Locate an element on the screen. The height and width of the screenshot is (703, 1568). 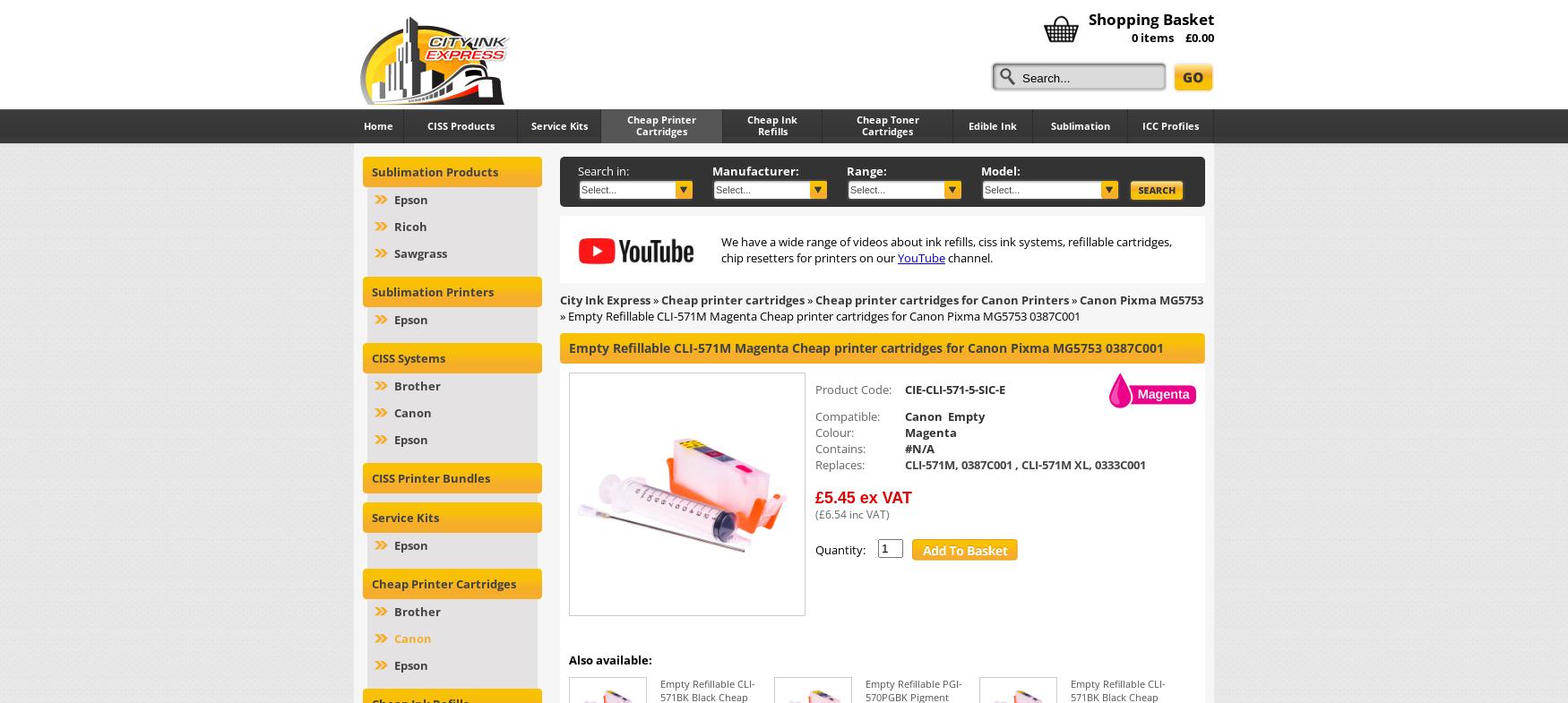
'Shopping Basket' is located at coordinates (1150, 18).